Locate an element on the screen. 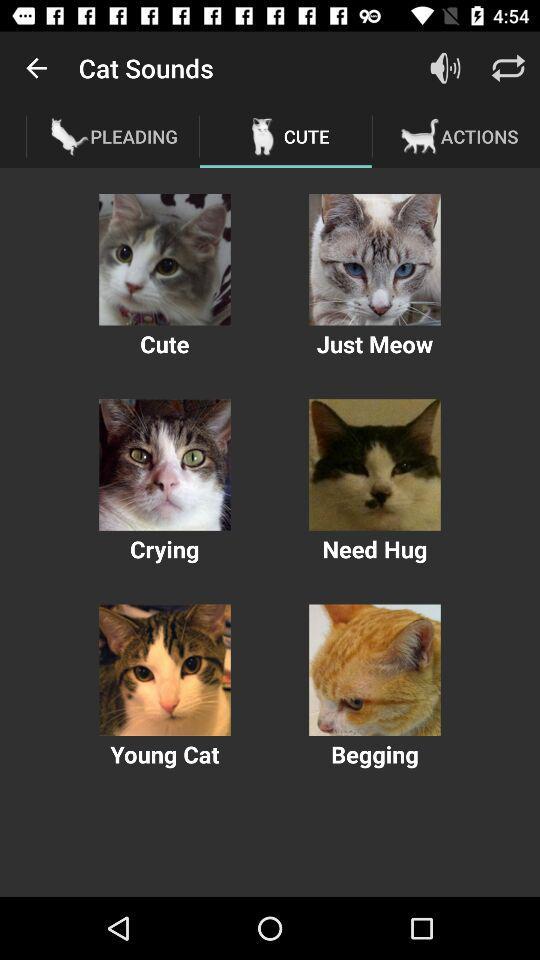 The image size is (540, 960). volue button is located at coordinates (445, 68).